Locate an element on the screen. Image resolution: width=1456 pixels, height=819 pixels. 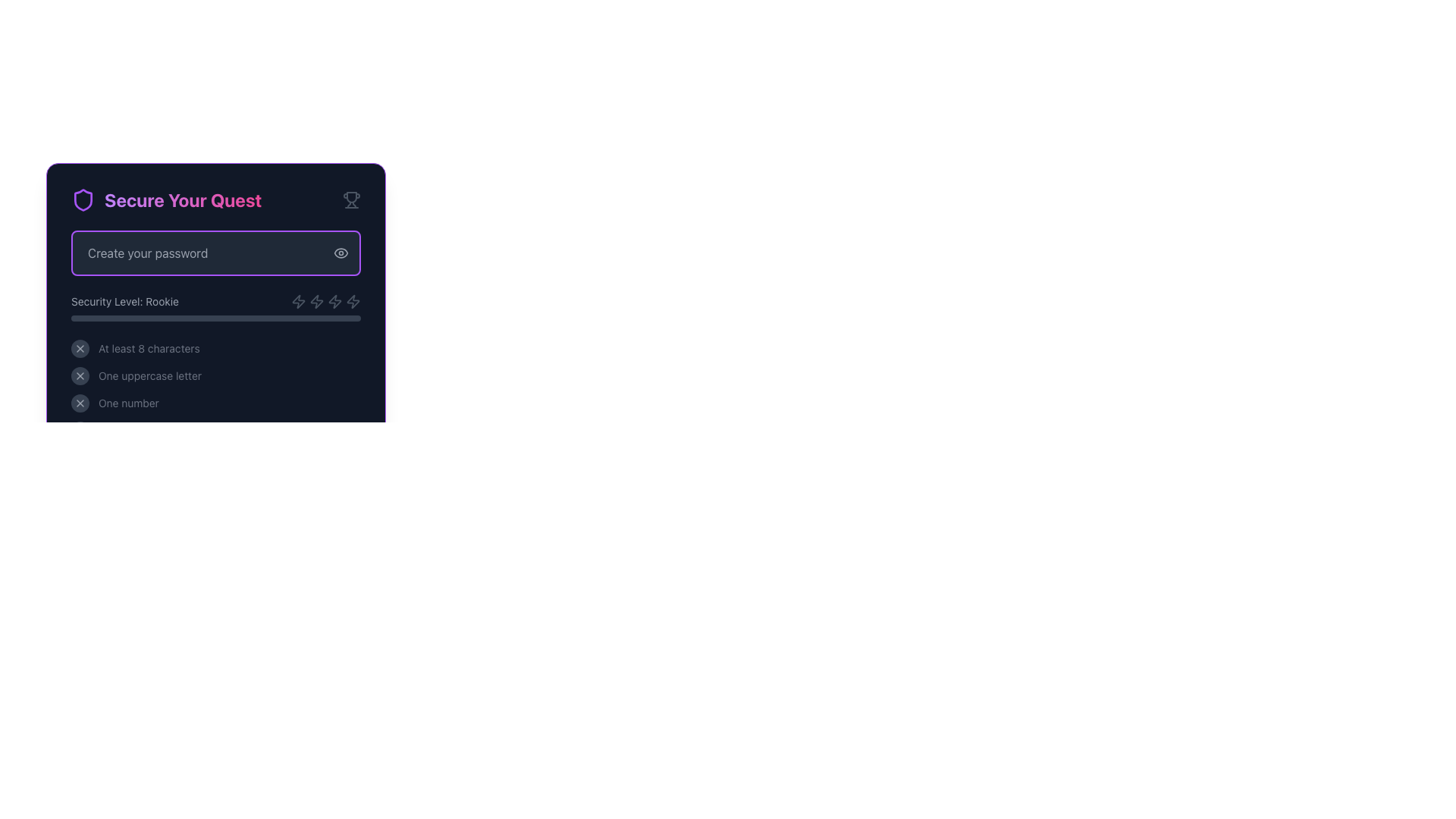
the Progress bar with a dark gray background and a gradient fill from purple to pink, located below the 'Security Level: Rookie' label is located at coordinates (215, 318).